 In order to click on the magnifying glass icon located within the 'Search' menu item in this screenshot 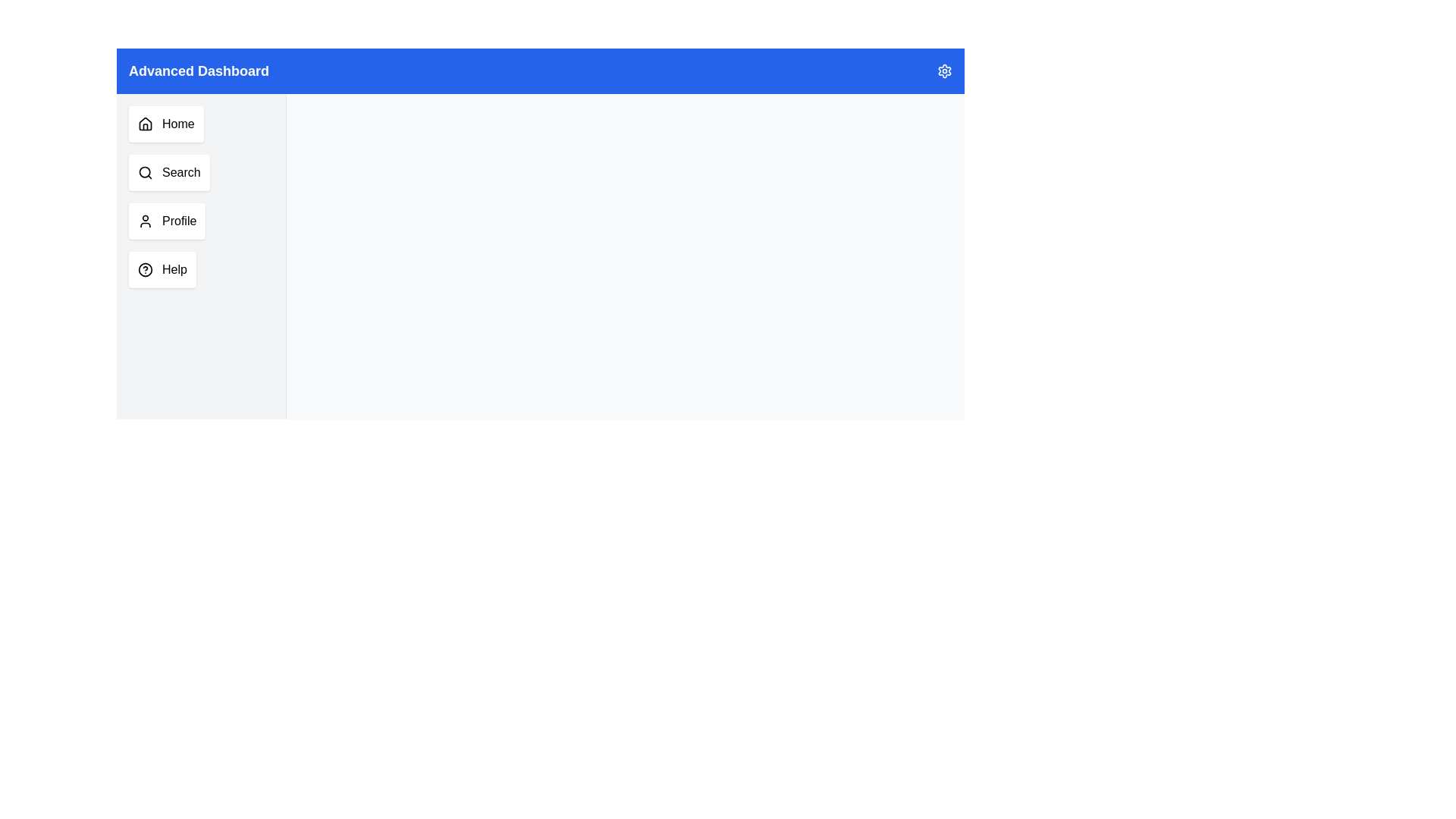, I will do `click(146, 171)`.